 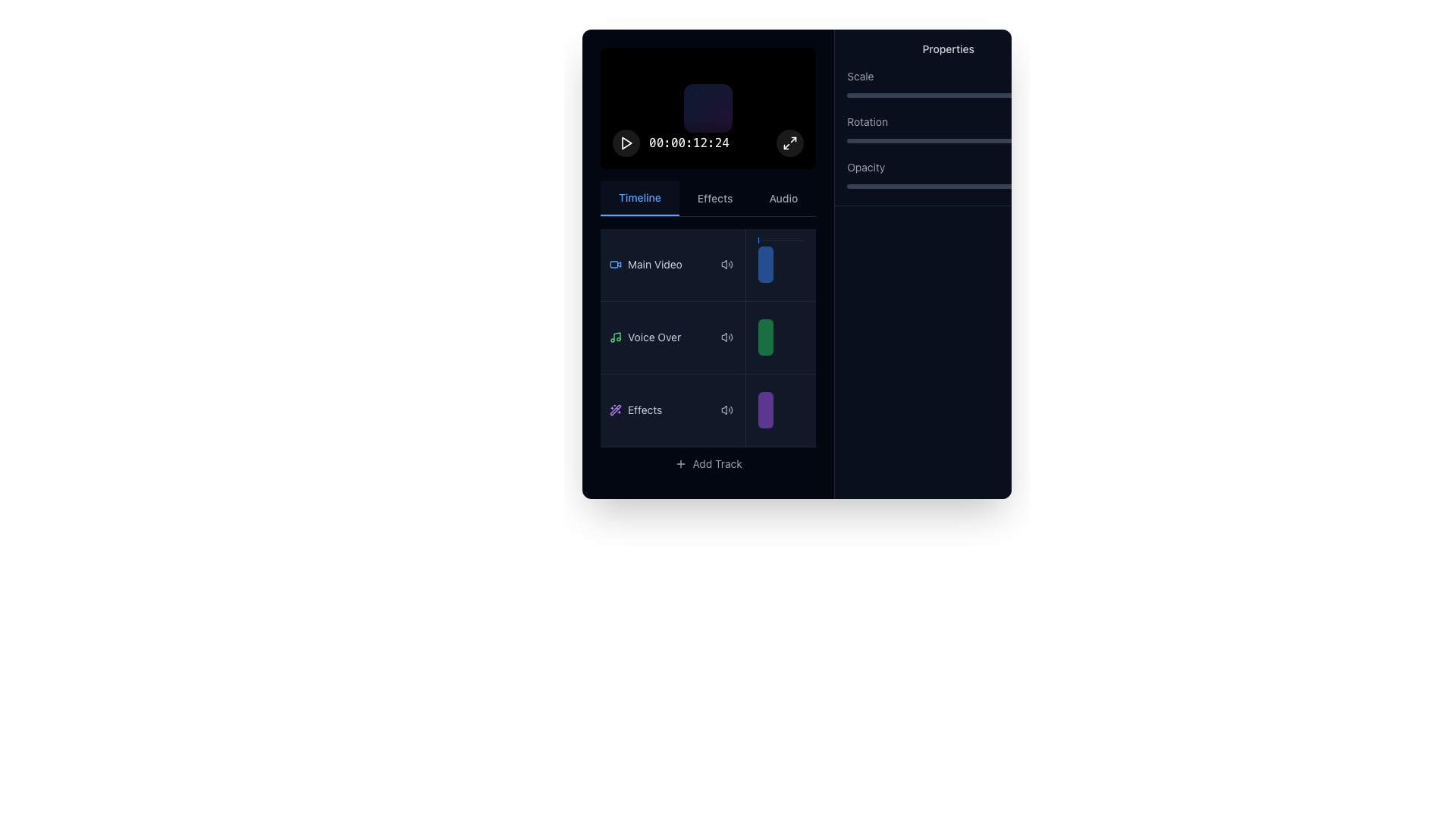 What do you see at coordinates (708, 354) in the screenshot?
I see `the 'Voice Over' list item in the audio and video tracks panel` at bounding box center [708, 354].